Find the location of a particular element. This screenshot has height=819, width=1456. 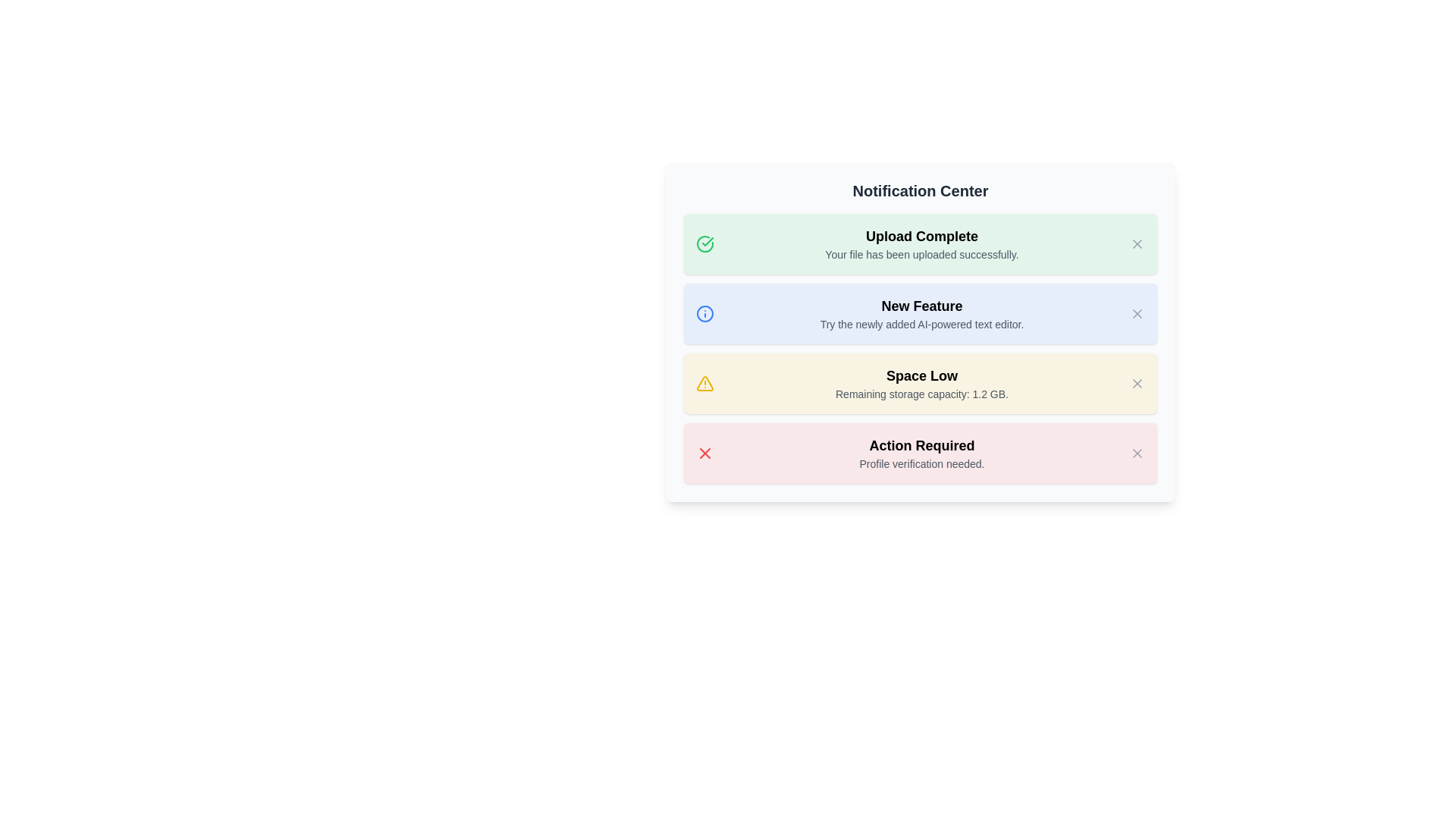

information displayed in the yellow notification box titled 'Space Low' with a subtitle indicating remaining storage capacity is located at coordinates (920, 382).